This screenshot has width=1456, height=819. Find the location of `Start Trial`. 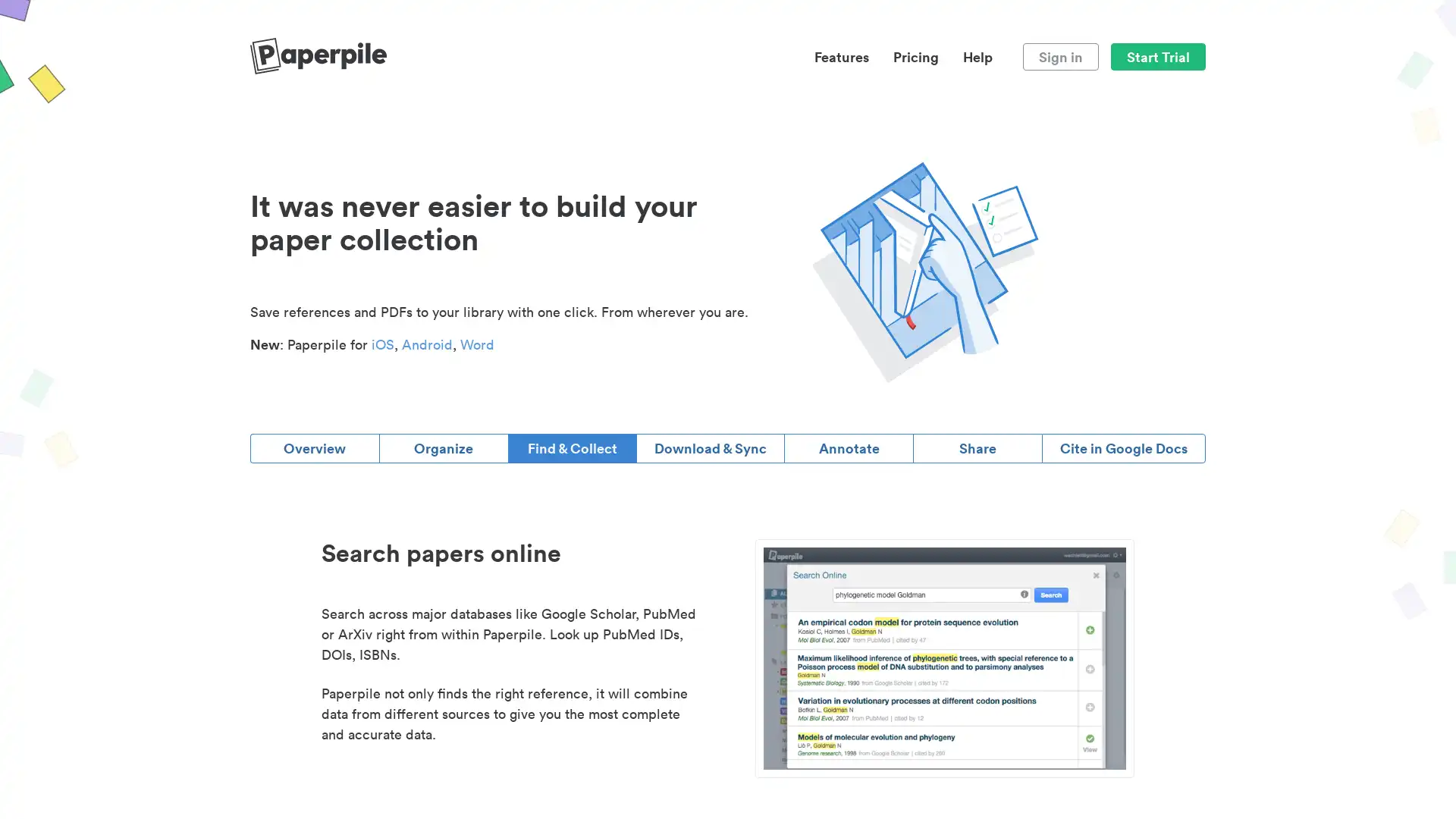

Start Trial is located at coordinates (1157, 55).